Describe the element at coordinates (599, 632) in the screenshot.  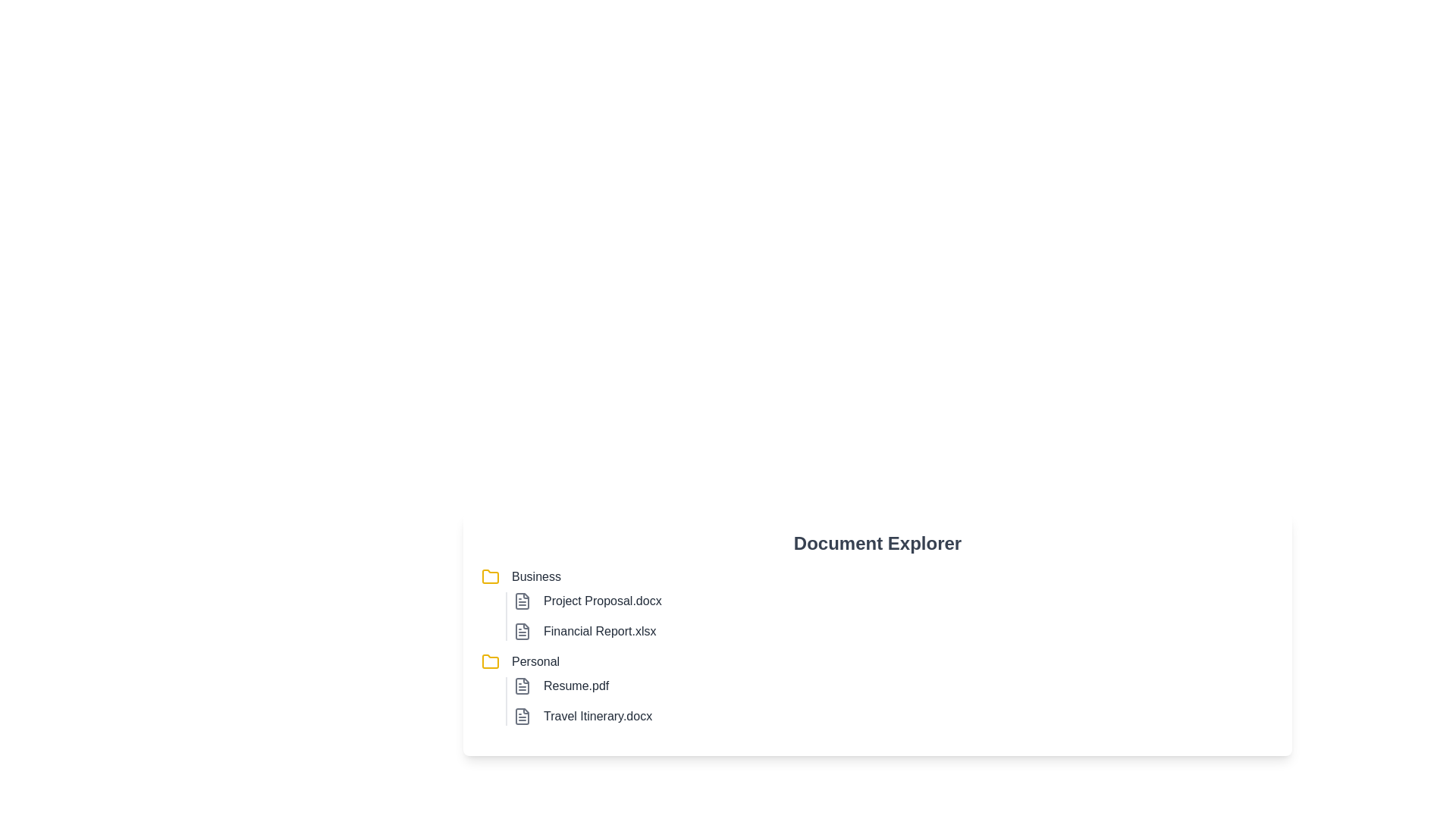
I see `the text label displaying 'Financial Report.xlsx', which is the second file listed under the 'Business' folder` at that location.